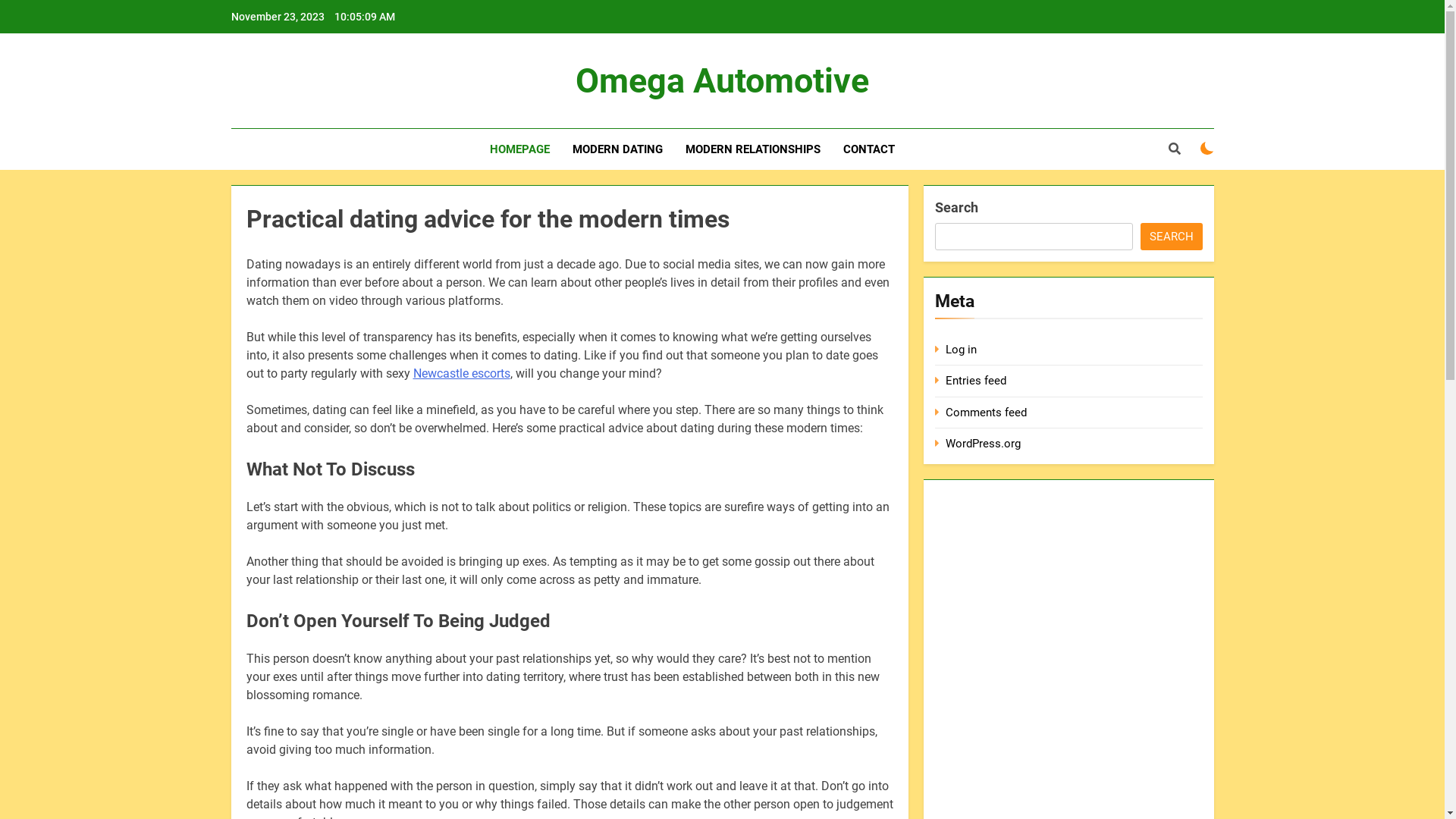 The height and width of the screenshot is (819, 1456). I want to click on 'SEARCH', so click(1171, 237).